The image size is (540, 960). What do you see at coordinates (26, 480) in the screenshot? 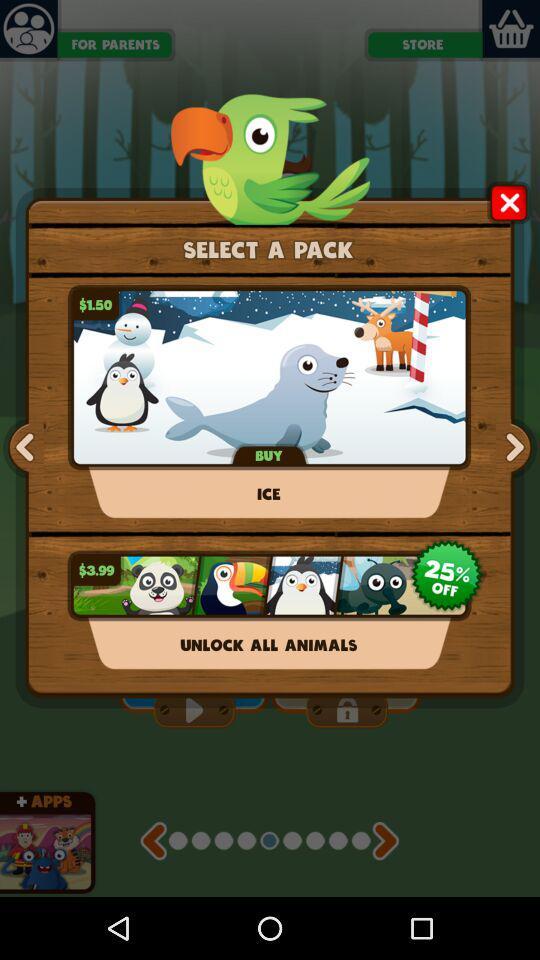
I see `the arrow_backward icon` at bounding box center [26, 480].